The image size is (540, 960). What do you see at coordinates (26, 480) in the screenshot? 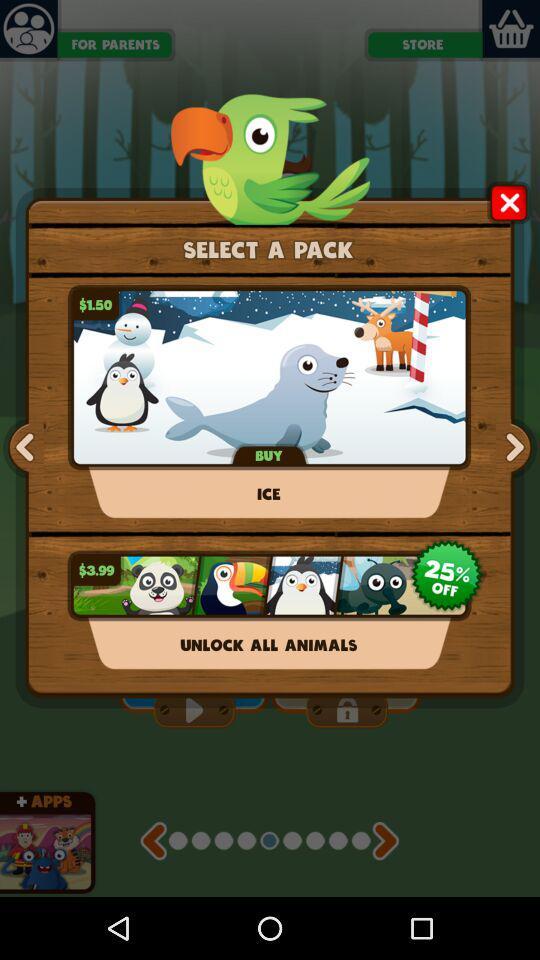
I see `the arrow_backward icon` at bounding box center [26, 480].